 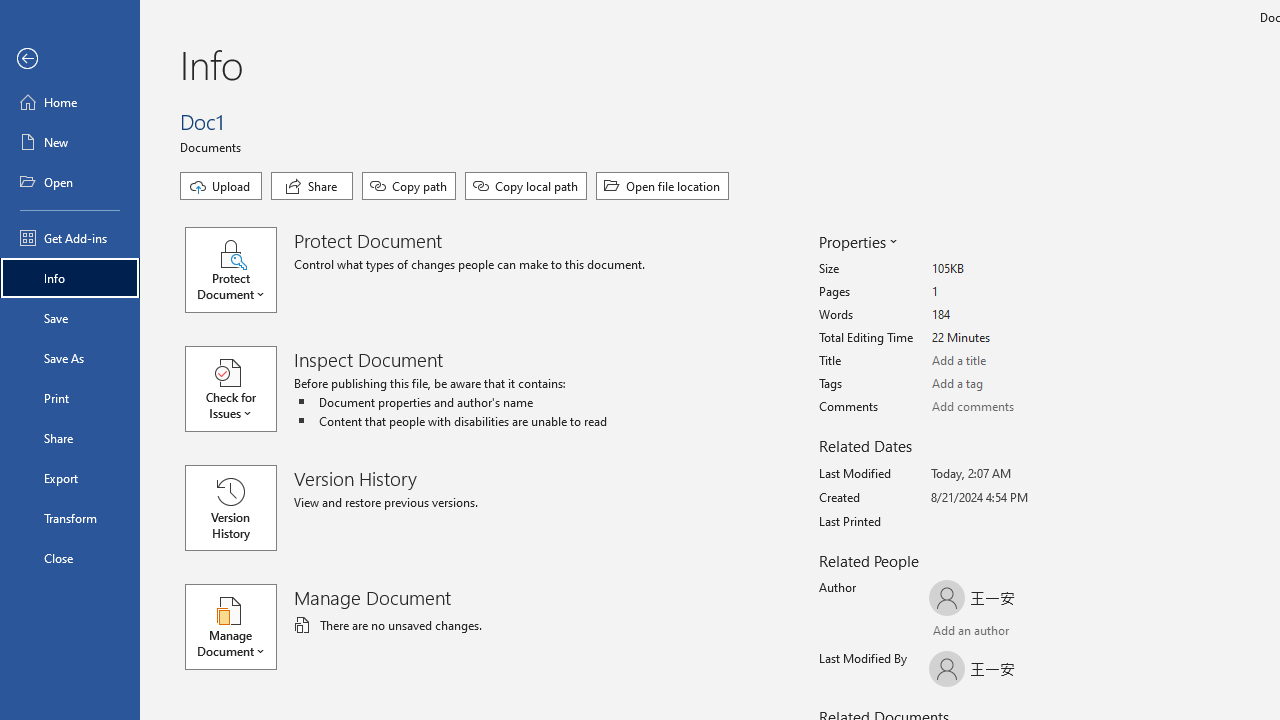 I want to click on 'Back', so click(x=69, y=58).